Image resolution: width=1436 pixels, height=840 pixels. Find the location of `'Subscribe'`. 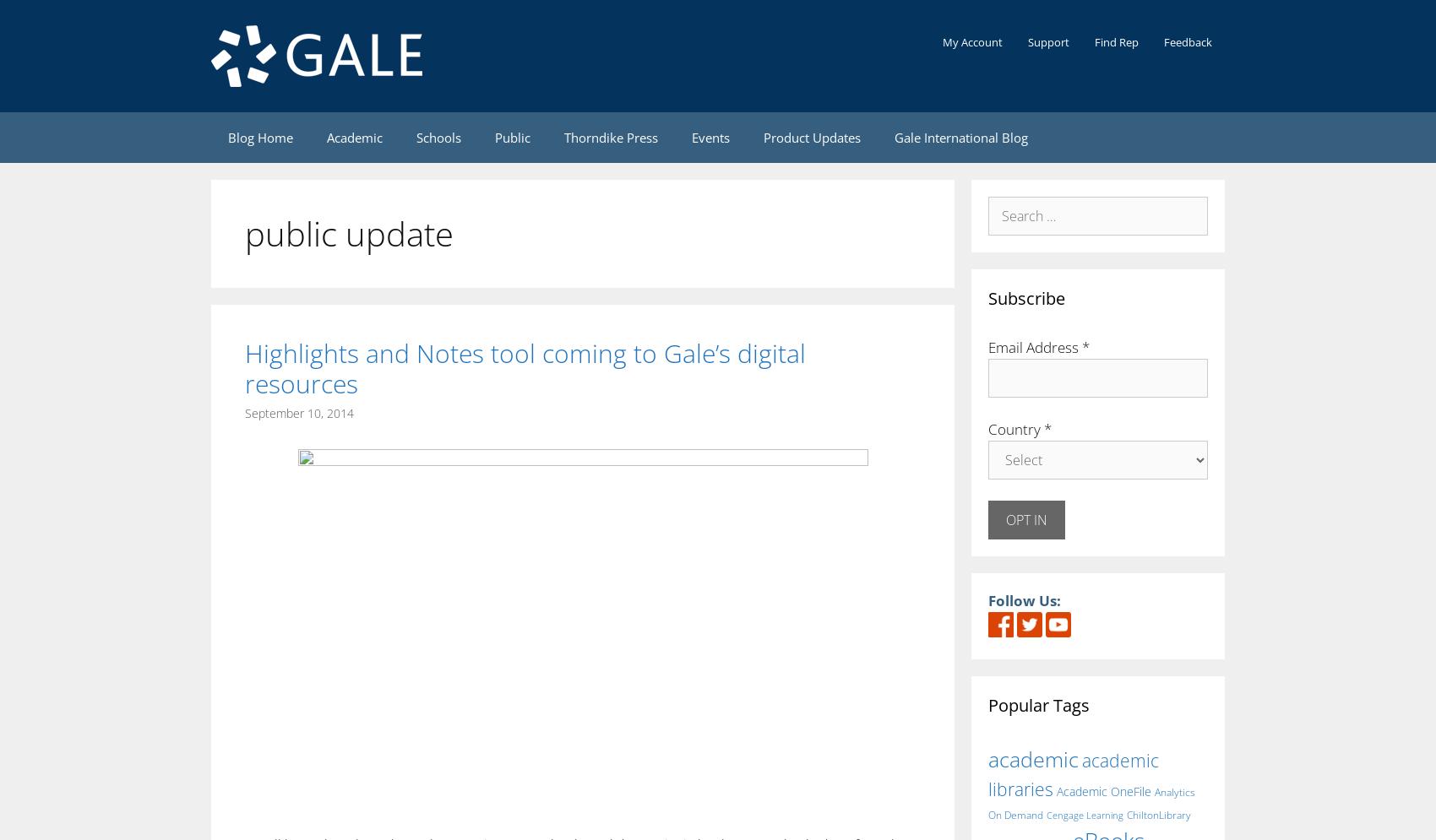

'Subscribe' is located at coordinates (987, 297).